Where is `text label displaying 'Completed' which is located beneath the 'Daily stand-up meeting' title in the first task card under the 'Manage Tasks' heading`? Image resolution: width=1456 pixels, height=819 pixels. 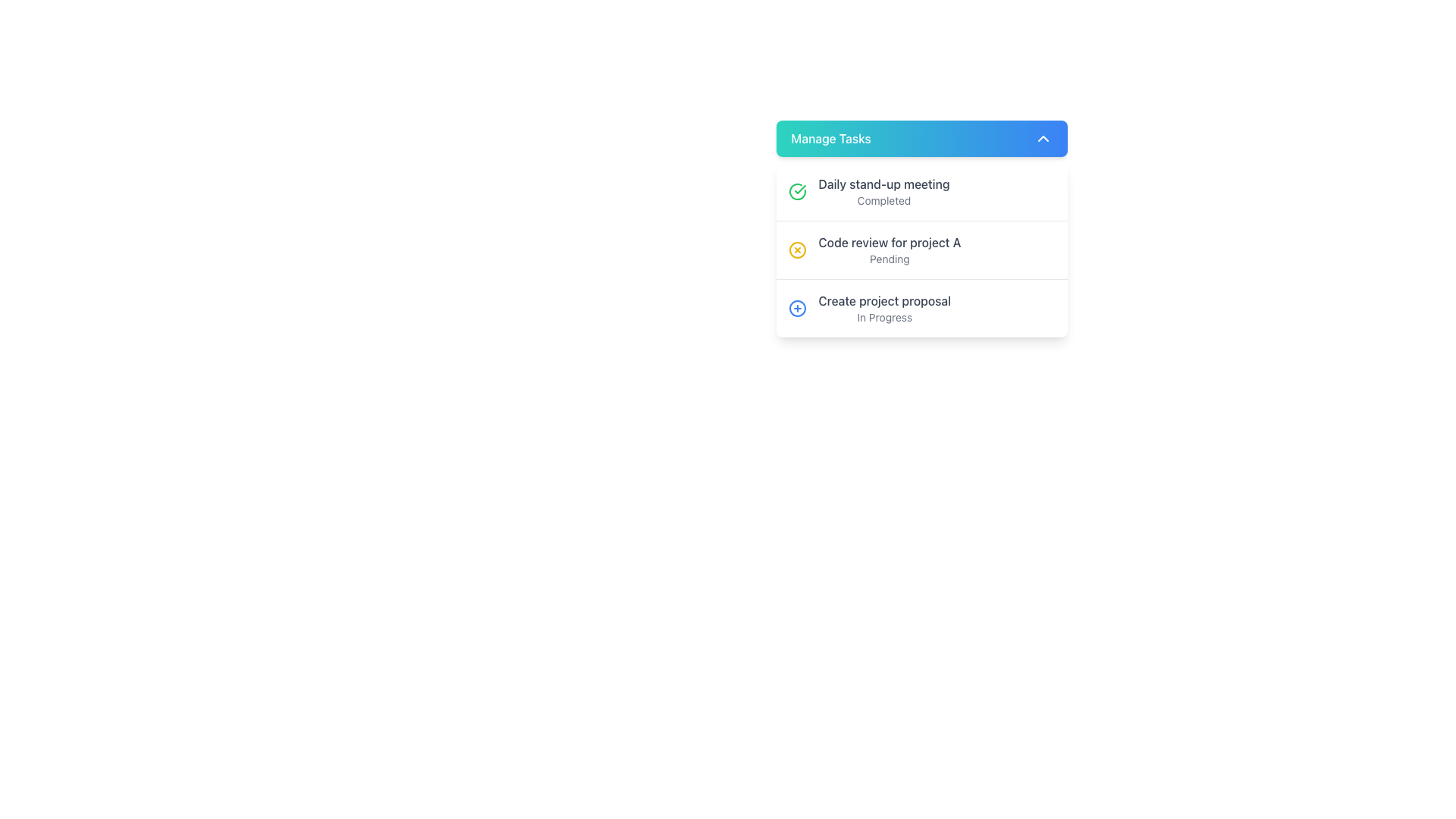 text label displaying 'Completed' which is located beneath the 'Daily stand-up meeting' title in the first task card under the 'Manage Tasks' heading is located at coordinates (884, 200).